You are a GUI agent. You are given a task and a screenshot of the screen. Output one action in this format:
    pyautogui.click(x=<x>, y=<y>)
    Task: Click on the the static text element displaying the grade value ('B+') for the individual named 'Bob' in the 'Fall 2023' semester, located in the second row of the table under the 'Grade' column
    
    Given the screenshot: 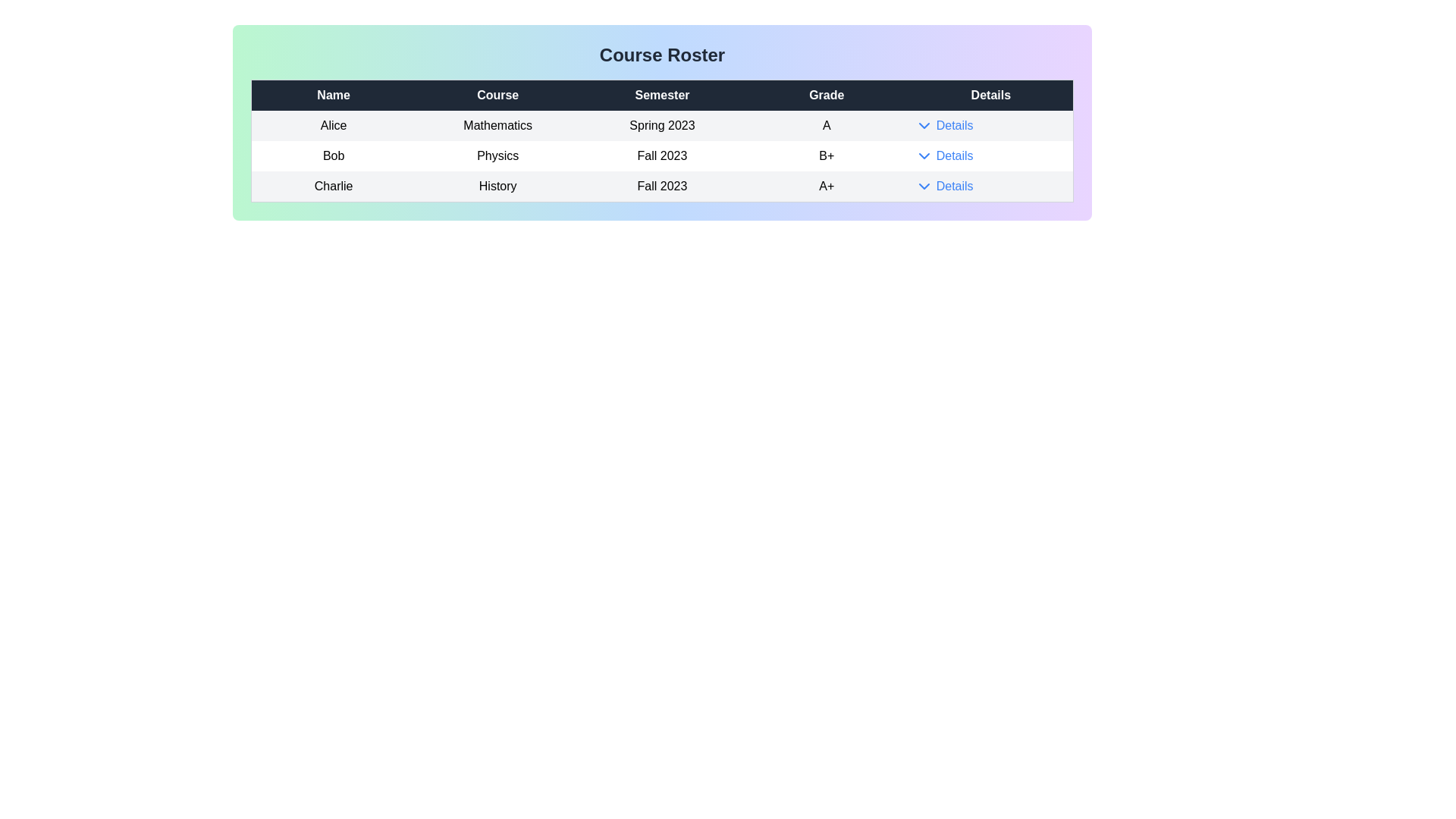 What is the action you would take?
    pyautogui.click(x=826, y=155)
    